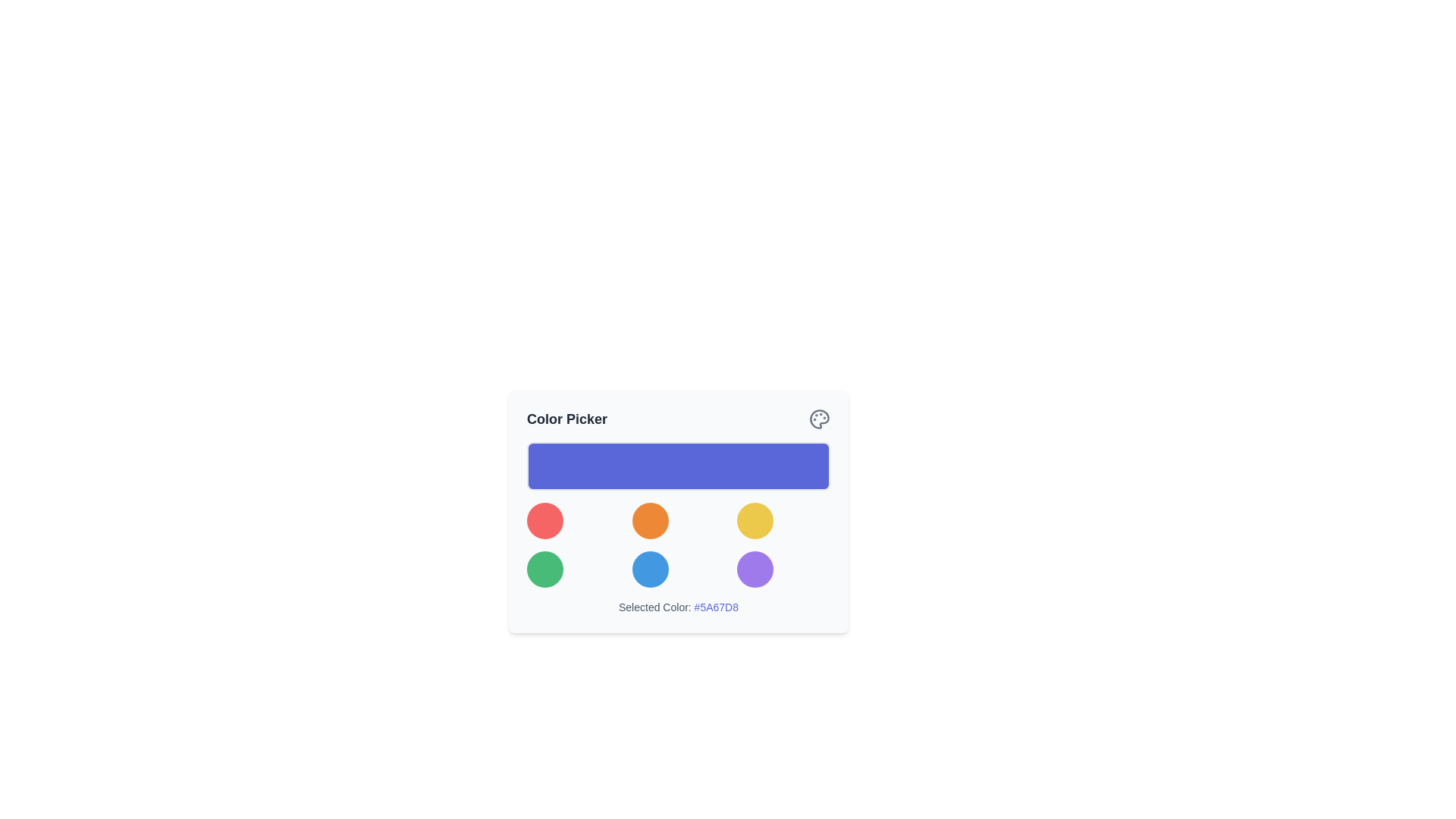 The width and height of the screenshot is (1456, 819). What do you see at coordinates (545, 519) in the screenshot?
I see `the circular red button located in the first row and first column of the grid layout` at bounding box center [545, 519].